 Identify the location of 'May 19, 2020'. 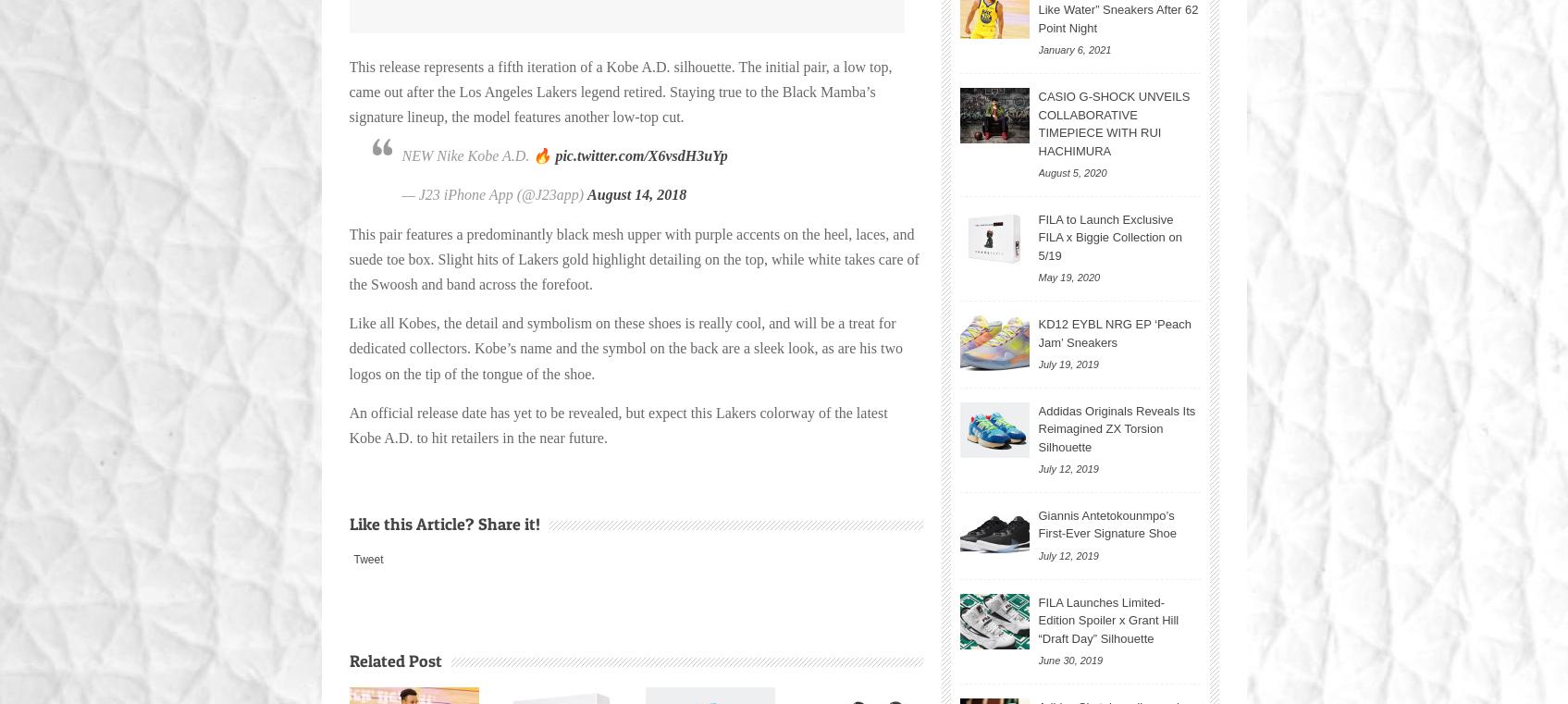
(1068, 277).